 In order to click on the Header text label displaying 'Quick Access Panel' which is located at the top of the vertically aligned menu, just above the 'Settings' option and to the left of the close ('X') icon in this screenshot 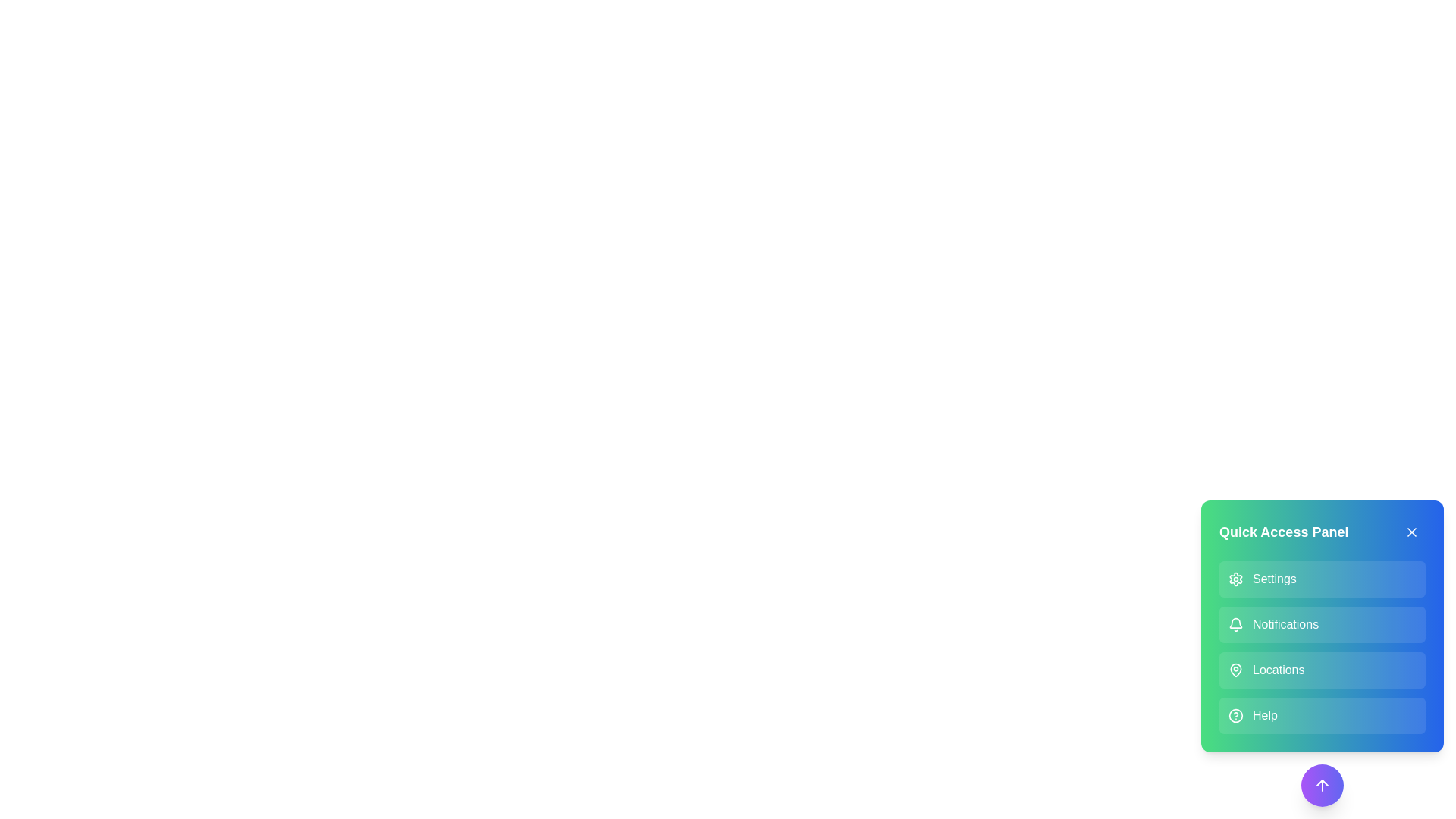, I will do `click(1321, 532)`.